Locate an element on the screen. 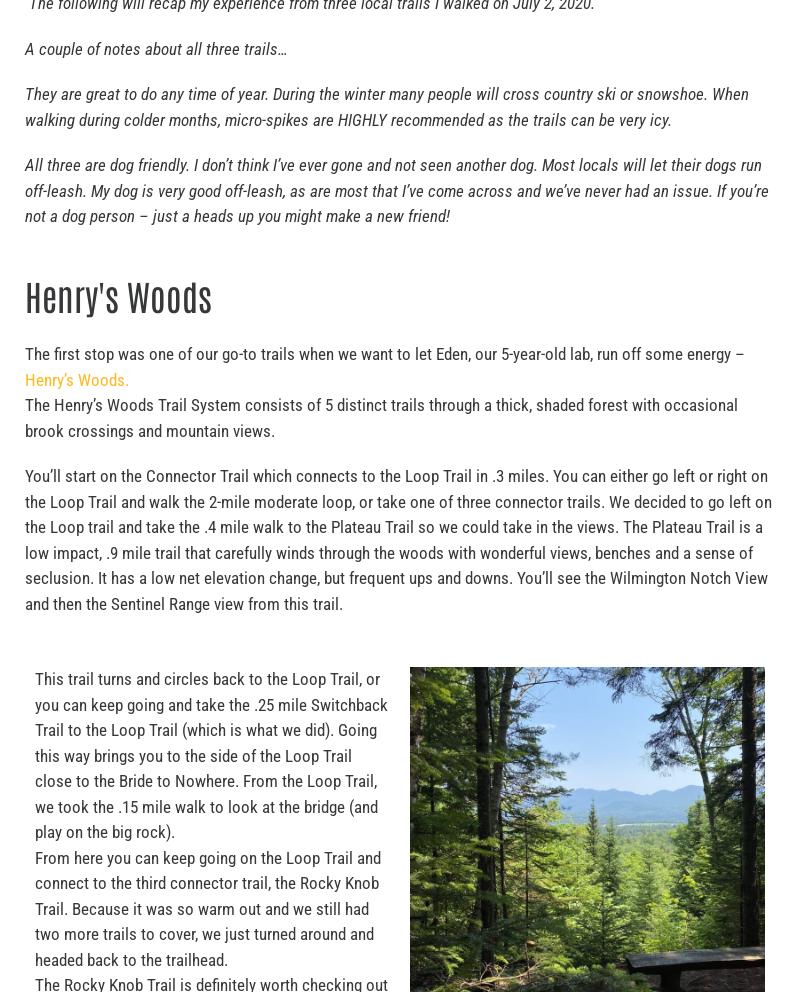 This screenshot has width=800, height=992. 'From here you can keep going on the Loop Trail and connect to the third connector trail, the Rocky Knob Trail. Because it was so warm out and we still had two more trails to cover, we just turned around and headed back to the trailhead.' is located at coordinates (208, 907).